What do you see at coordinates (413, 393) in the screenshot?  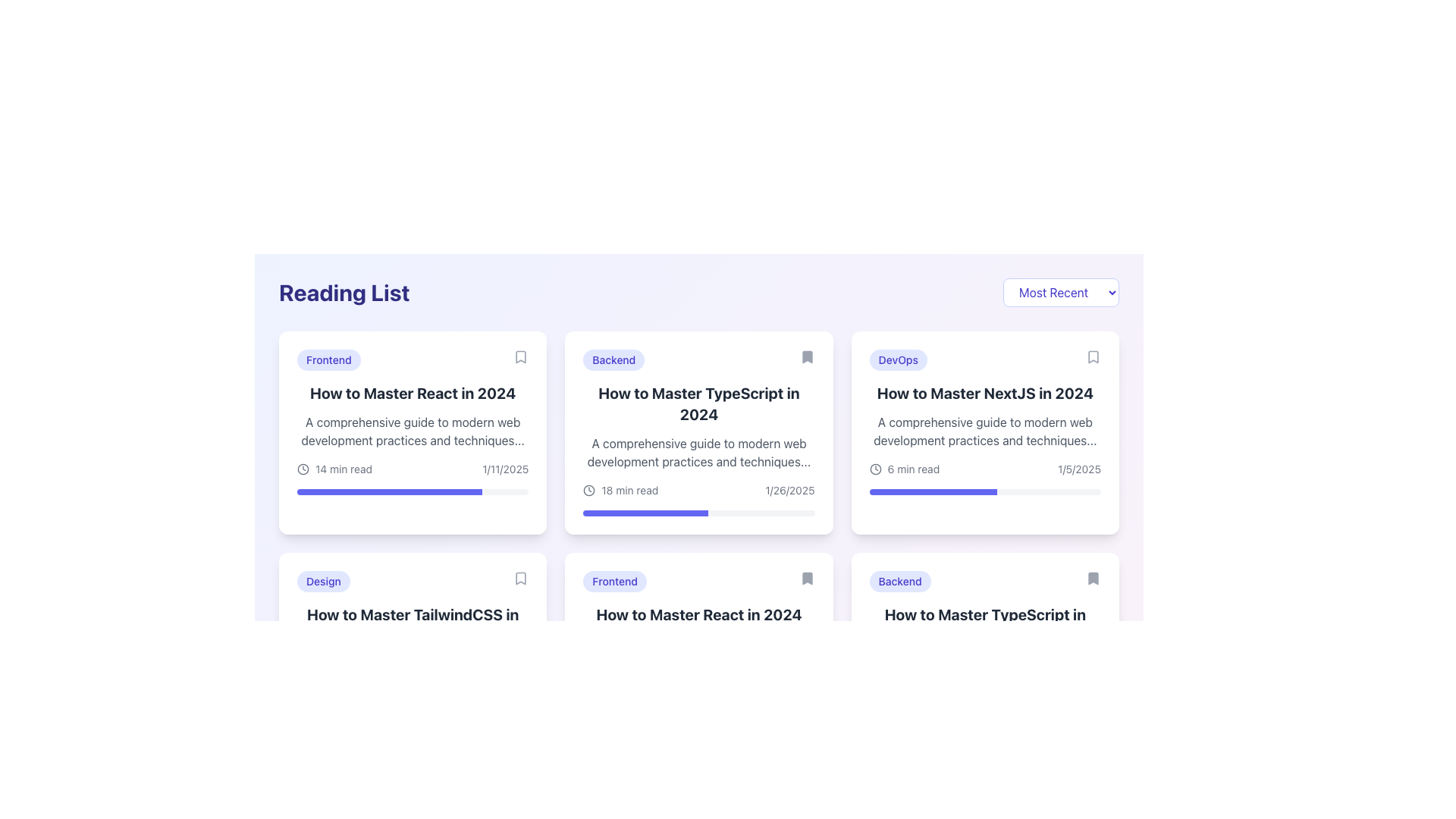 I see `the title text element of the content card introducing an article on mastering React in 2024` at bounding box center [413, 393].